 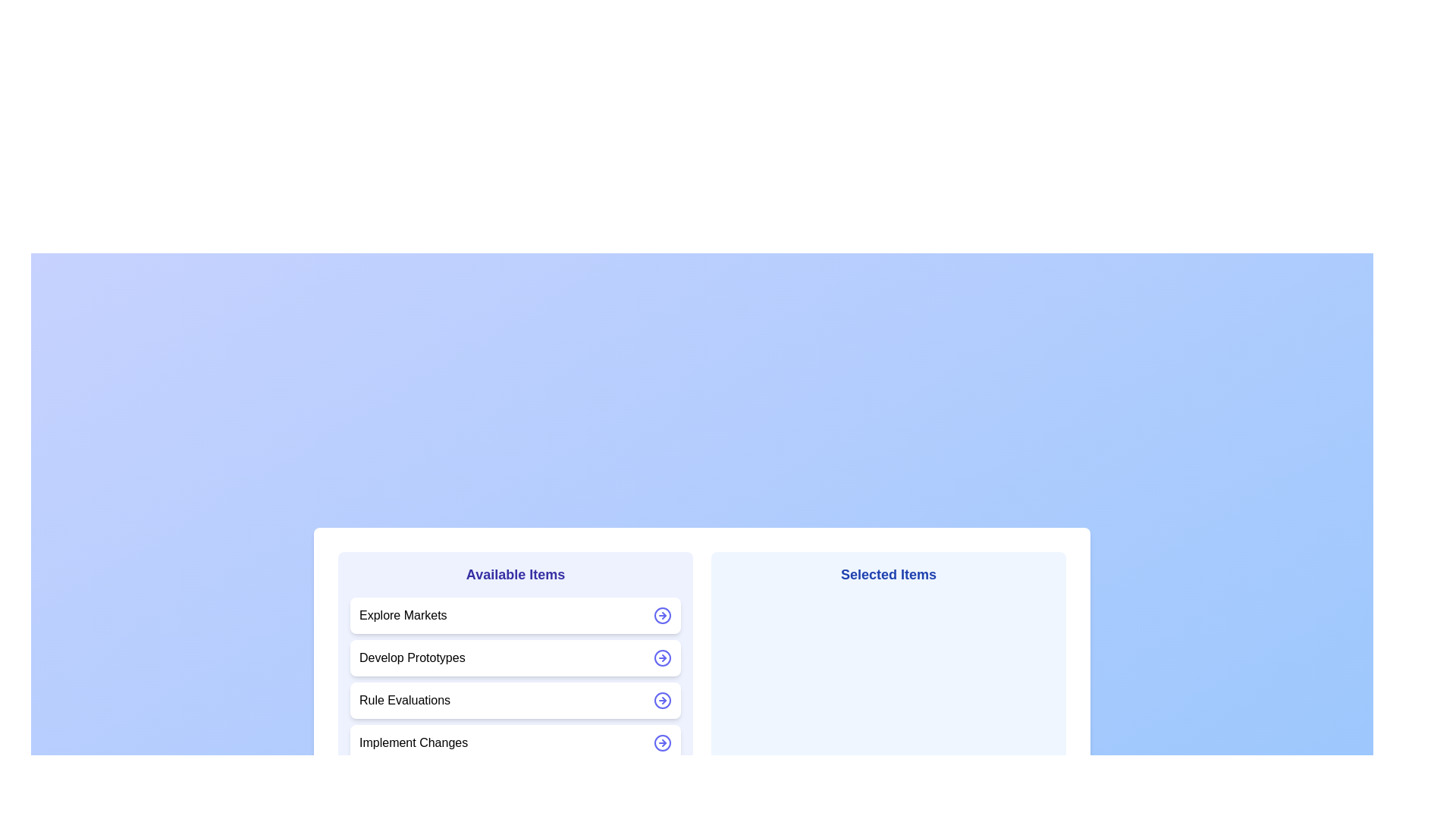 I want to click on the arrow icon next to the item Implement Changes to move it between the lists, so click(x=662, y=742).